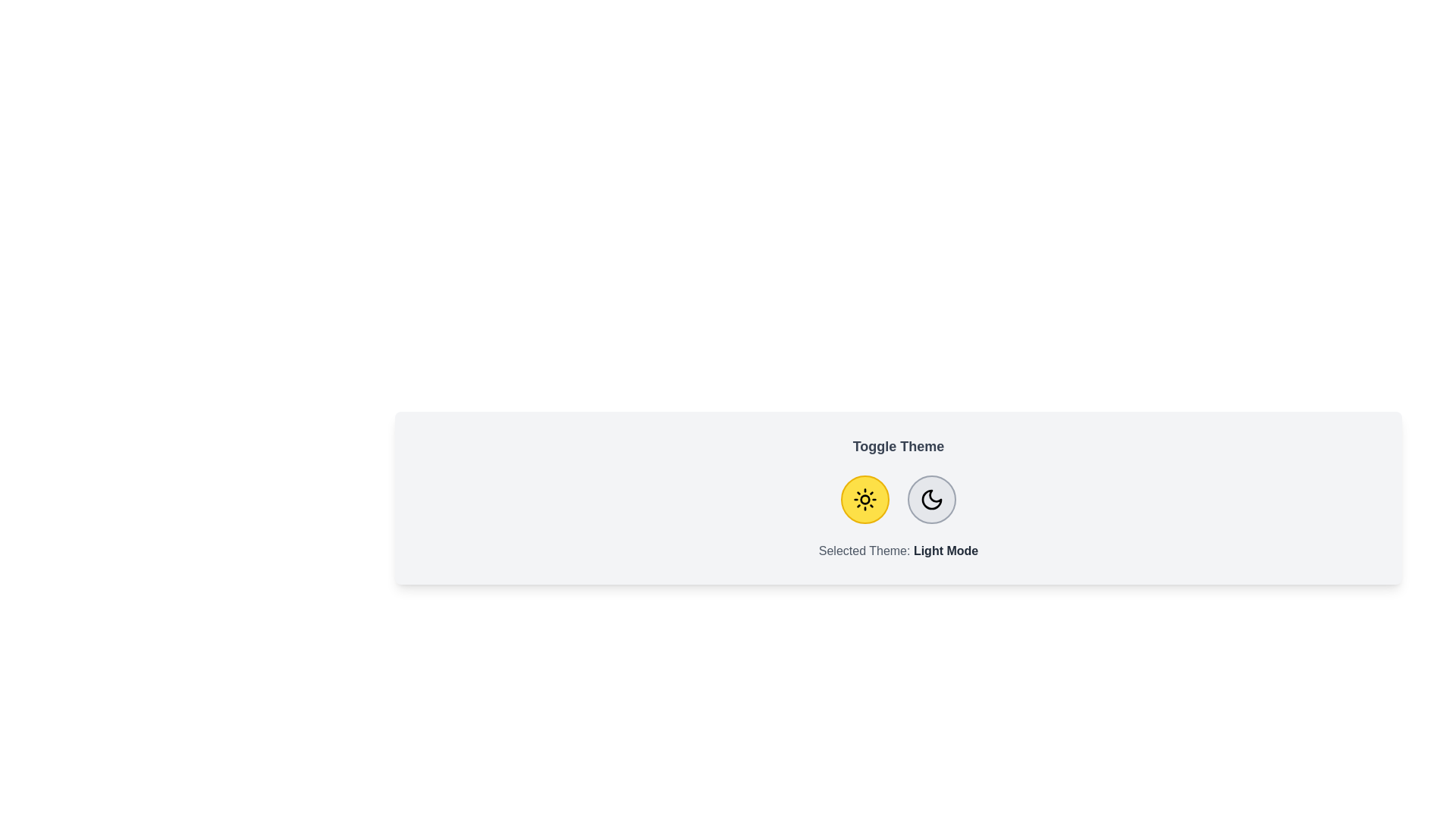  Describe the element at coordinates (930, 500) in the screenshot. I see `the dark button to observe its hover effect` at that location.